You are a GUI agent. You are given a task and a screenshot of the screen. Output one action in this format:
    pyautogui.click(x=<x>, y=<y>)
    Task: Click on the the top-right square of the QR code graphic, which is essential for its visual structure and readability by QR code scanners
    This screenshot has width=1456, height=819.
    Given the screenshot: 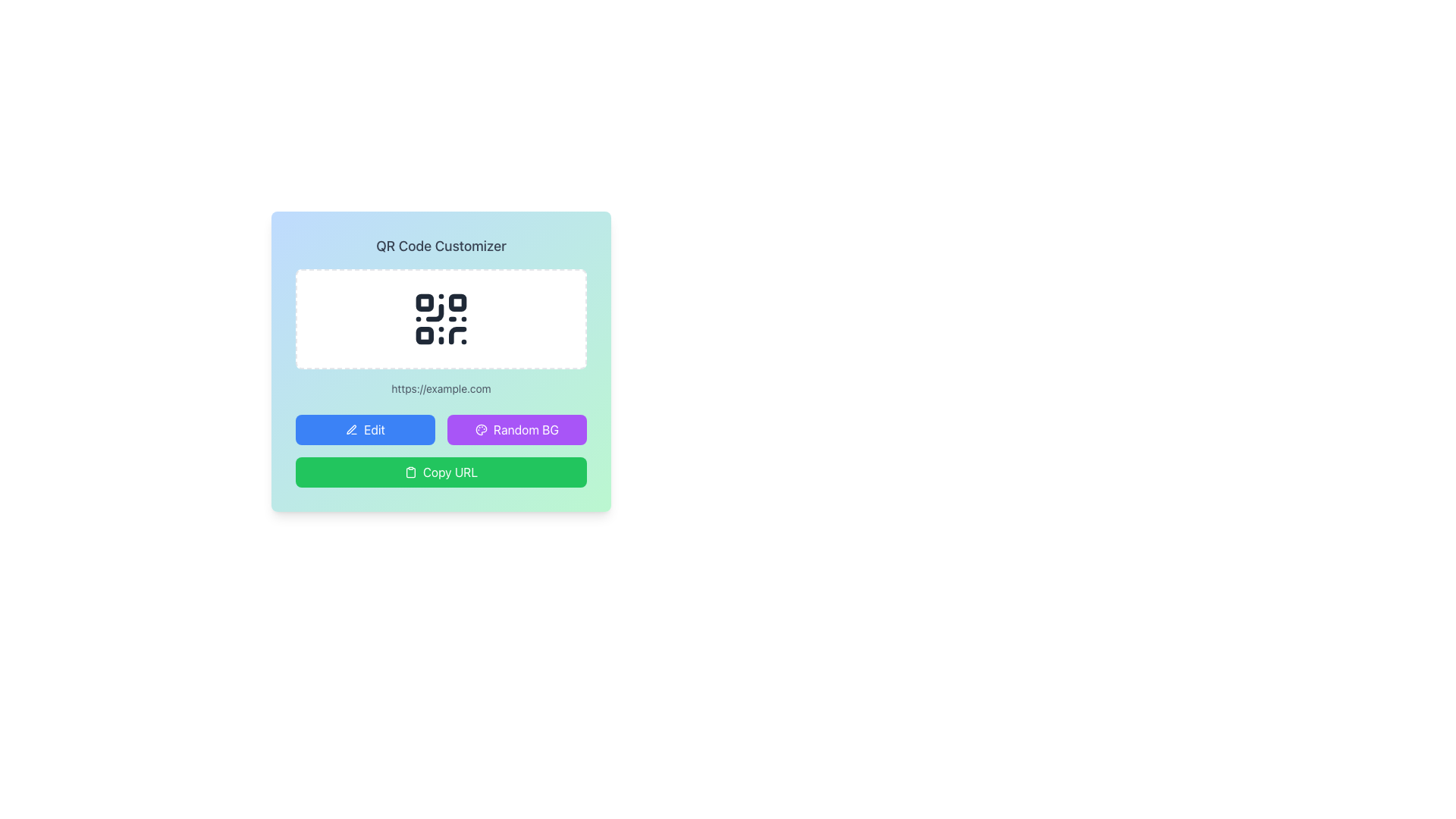 What is the action you would take?
    pyautogui.click(x=457, y=303)
    